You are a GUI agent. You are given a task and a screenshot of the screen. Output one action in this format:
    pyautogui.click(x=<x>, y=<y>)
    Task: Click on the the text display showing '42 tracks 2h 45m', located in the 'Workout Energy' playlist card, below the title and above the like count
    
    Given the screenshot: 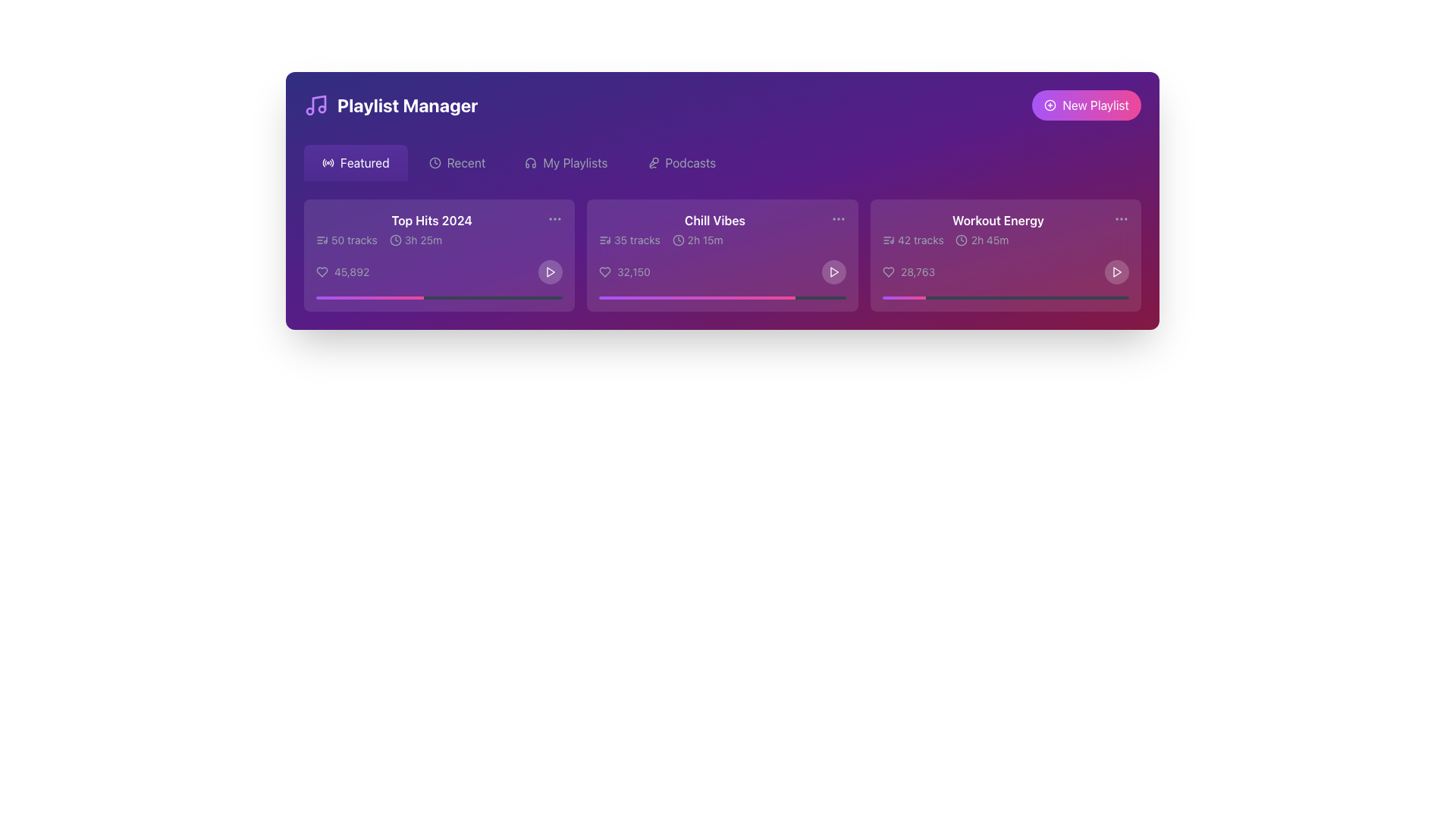 What is the action you would take?
    pyautogui.click(x=998, y=239)
    